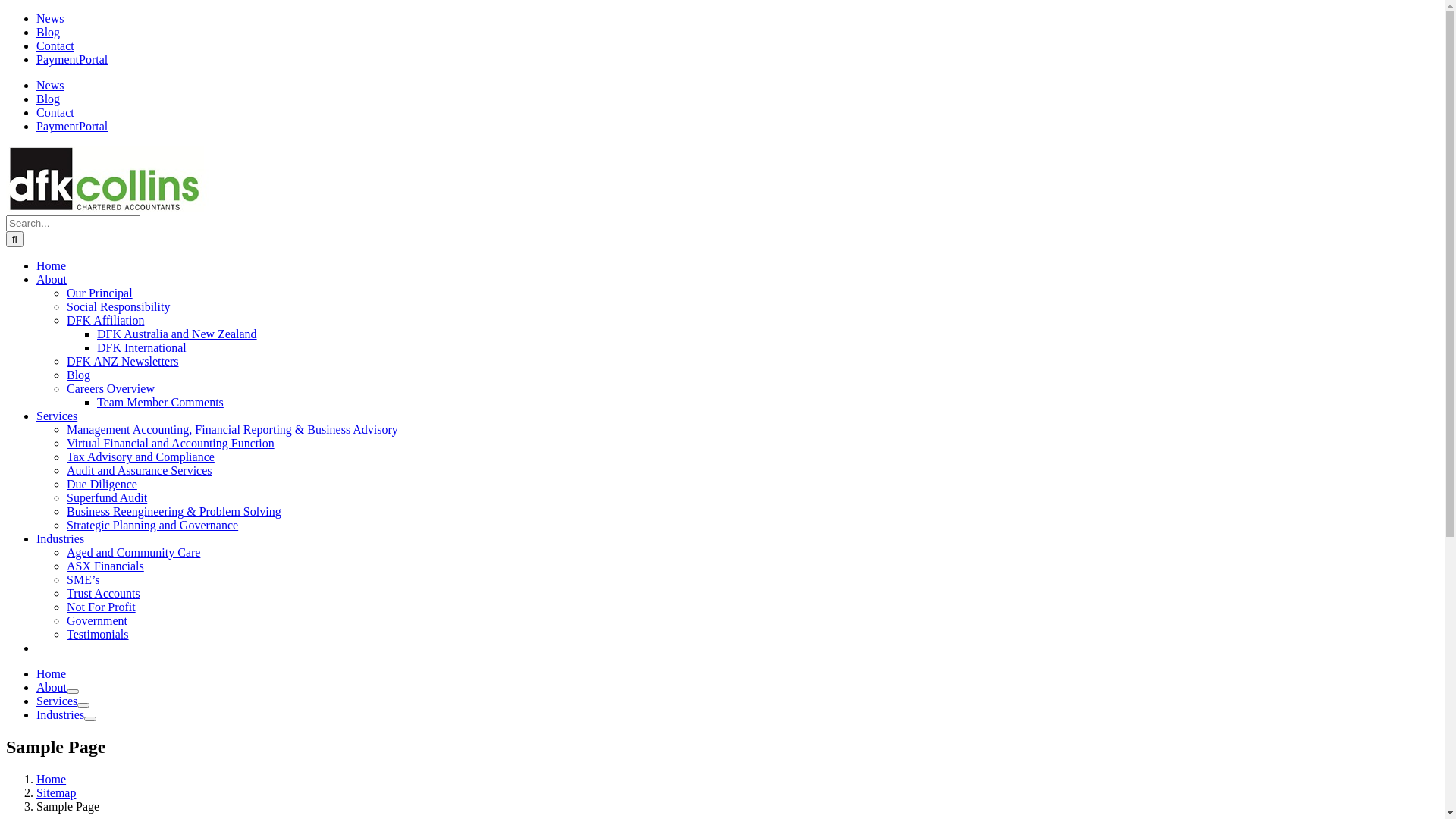  I want to click on 'Team Member Comments', so click(160, 401).